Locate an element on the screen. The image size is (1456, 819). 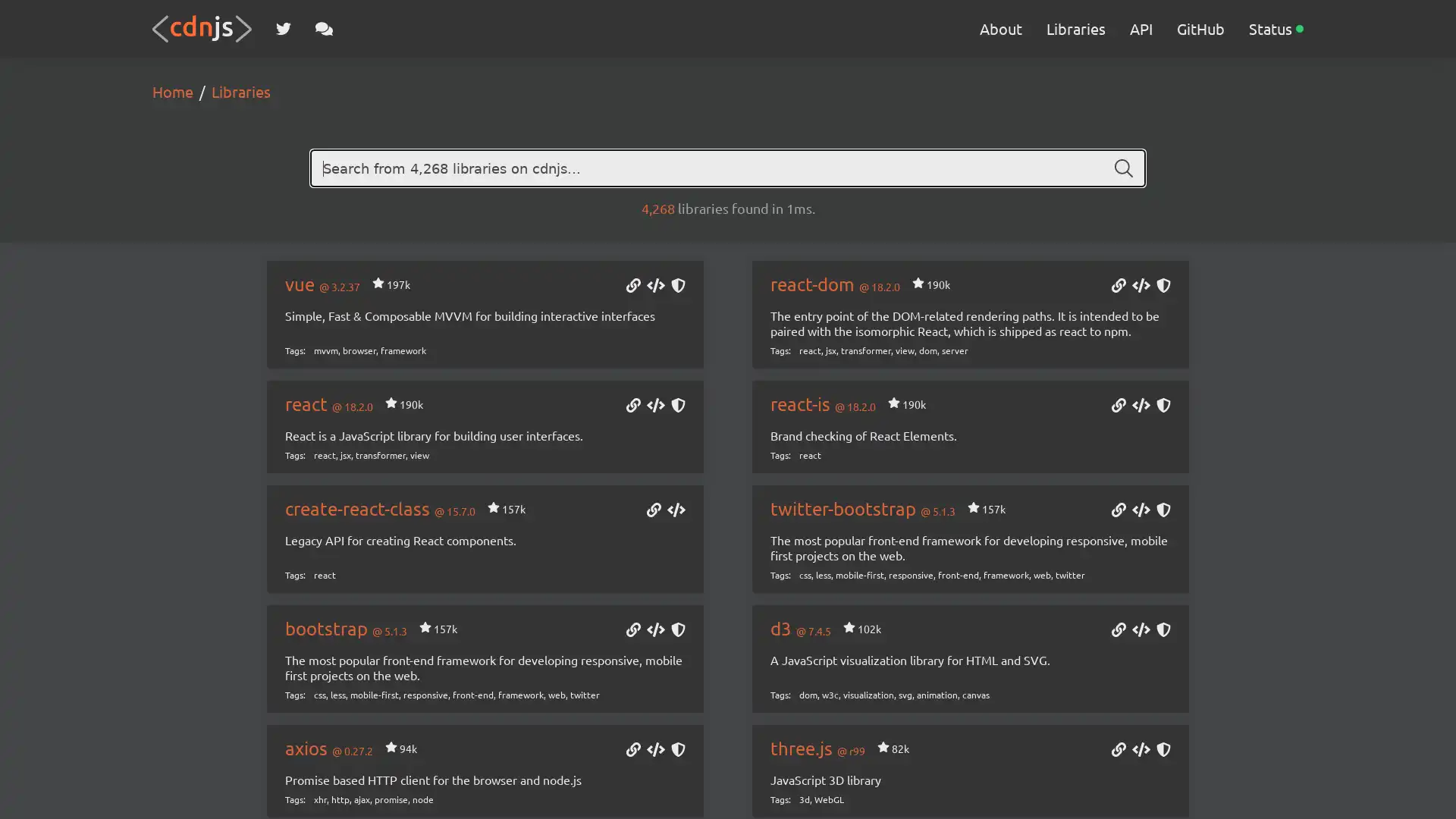
Copy URL is located at coordinates (632, 406).